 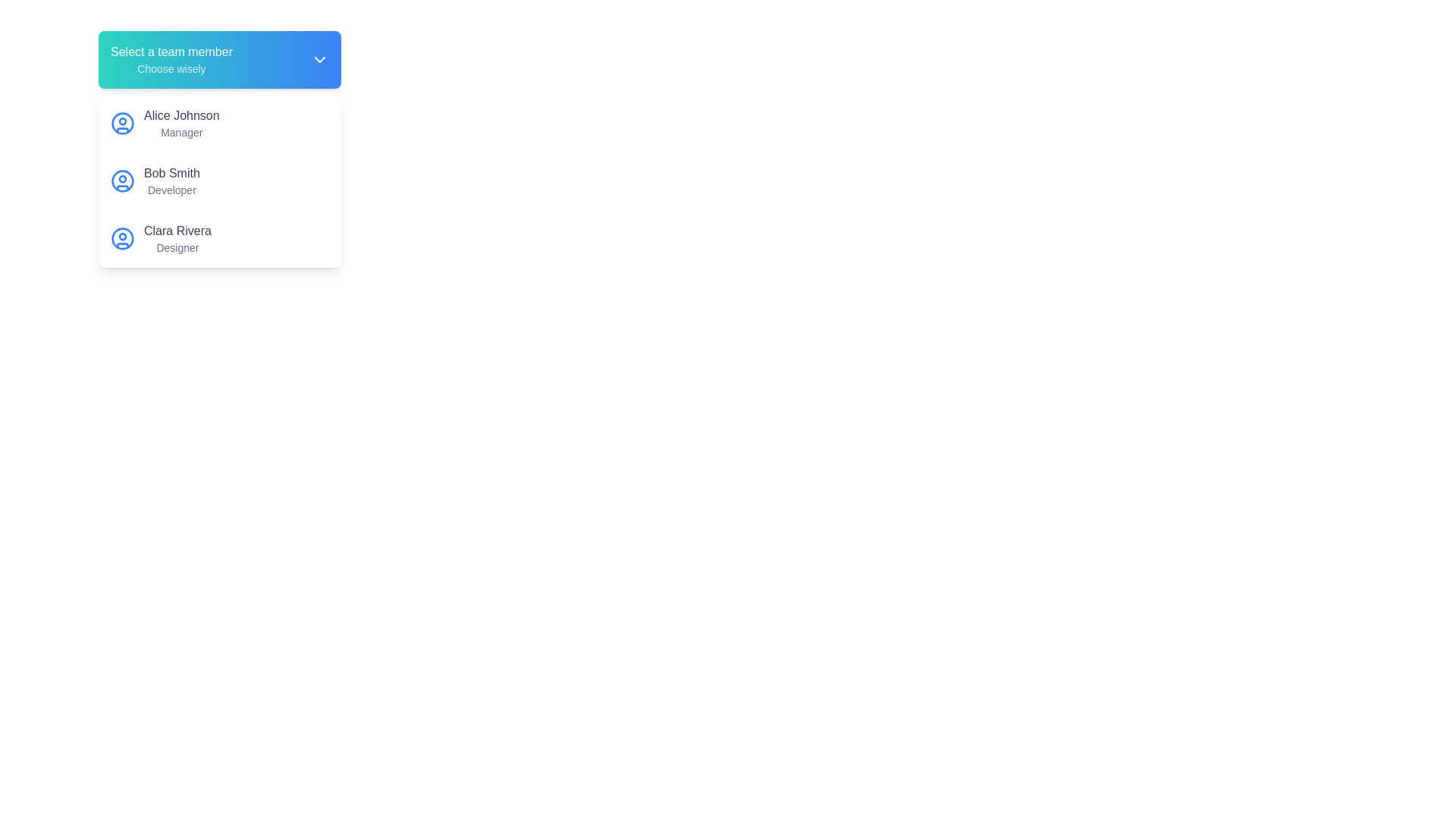 I want to click on the second entry in the dropdown menu, which represents 'Bob Smith', so click(x=218, y=180).